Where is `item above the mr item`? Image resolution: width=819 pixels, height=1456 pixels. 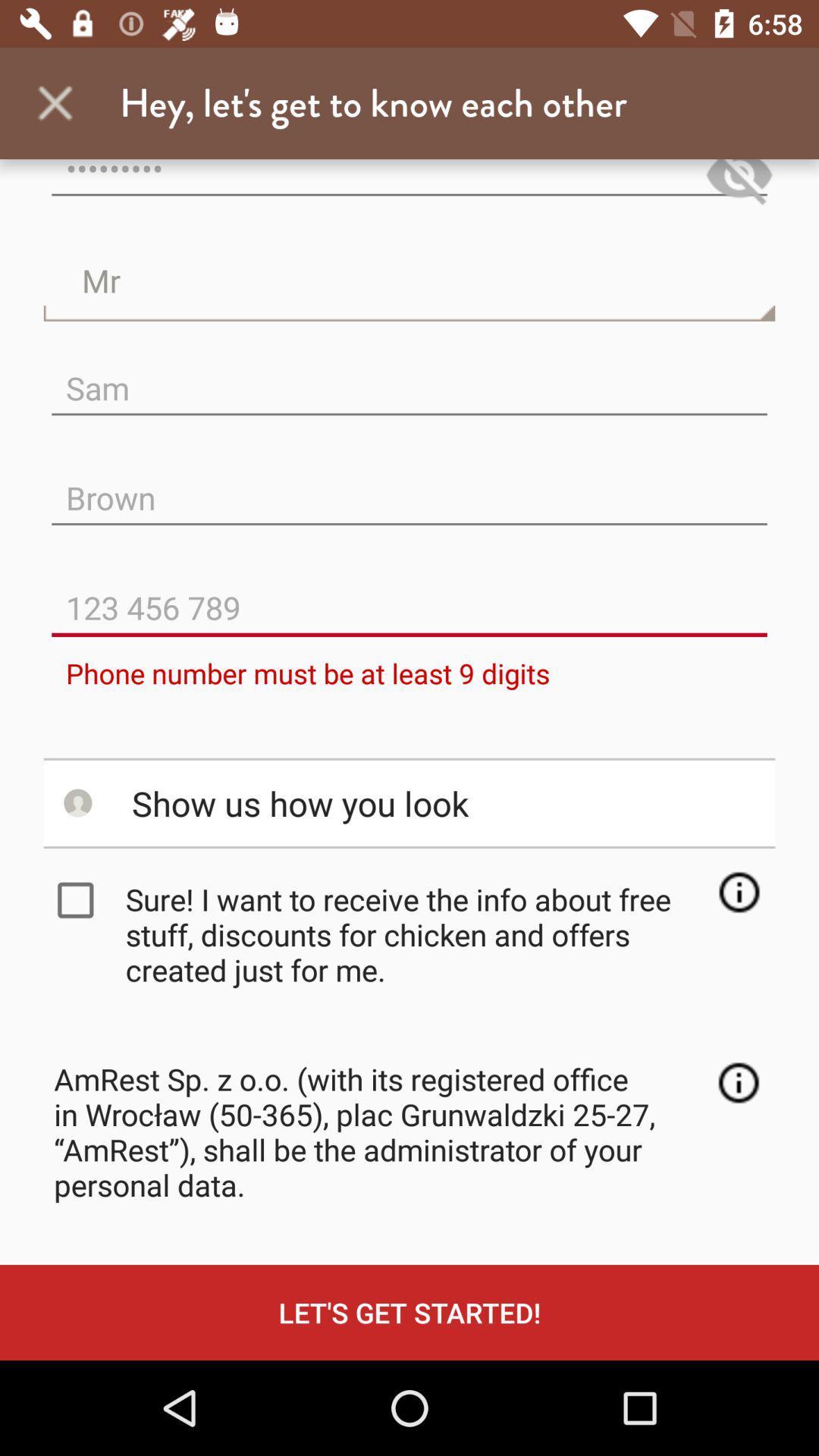
item above the mr item is located at coordinates (409, 184).